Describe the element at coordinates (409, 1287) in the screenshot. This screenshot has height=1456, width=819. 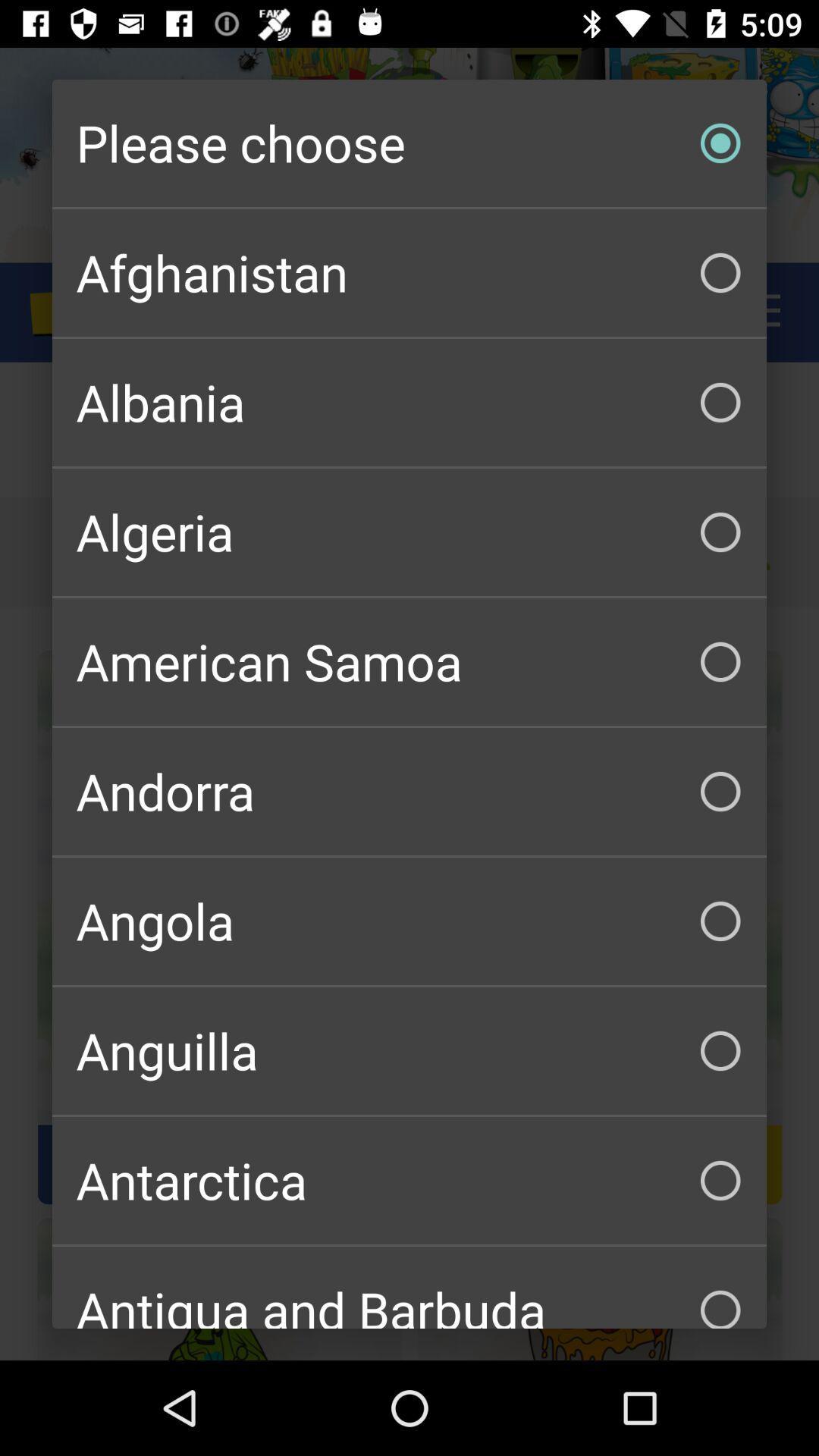
I see `item below the antarctica checkbox` at that location.